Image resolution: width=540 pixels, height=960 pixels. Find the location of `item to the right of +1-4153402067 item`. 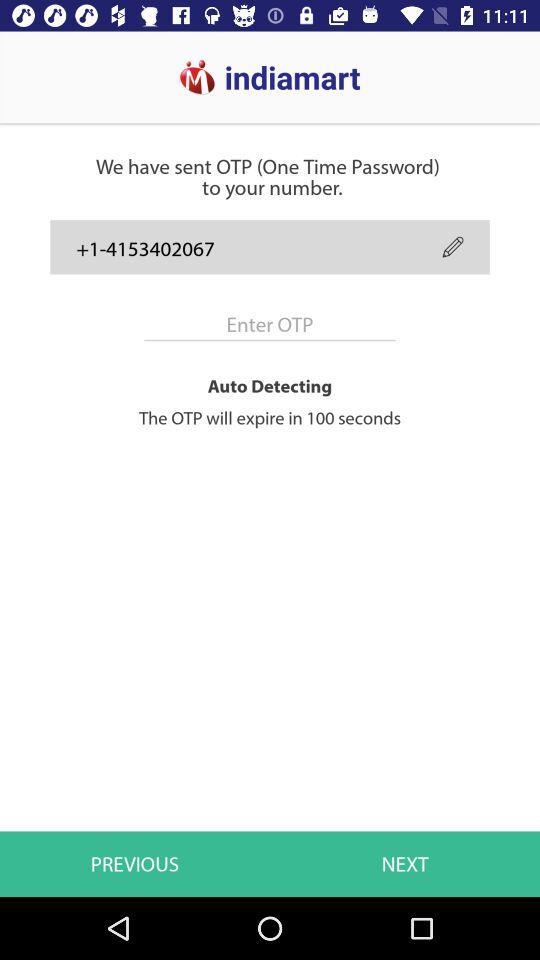

item to the right of +1-4153402067 item is located at coordinates (453, 246).